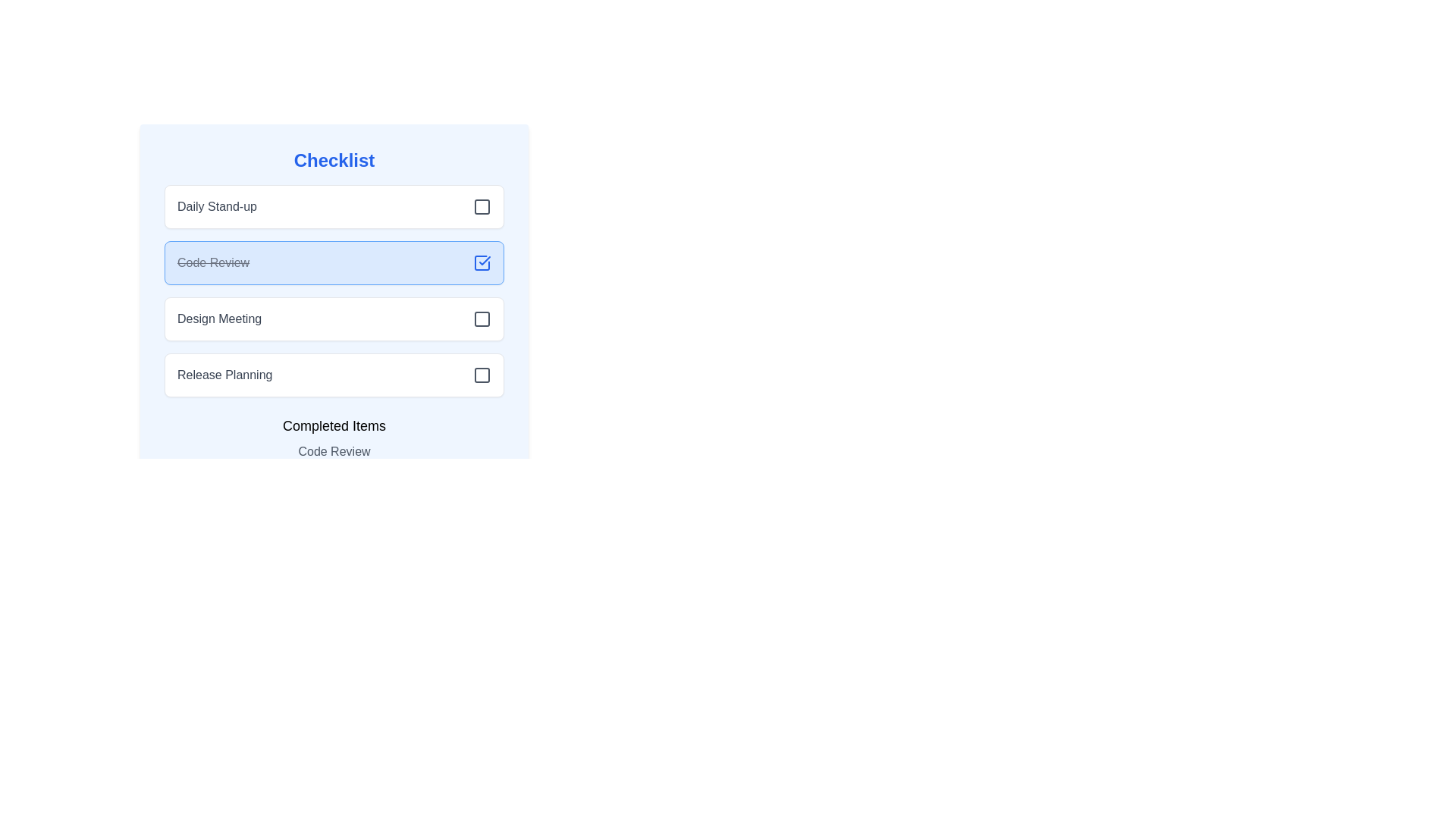 This screenshot has width=1456, height=819. I want to click on the 'Code Review' text label, which is styled with a line-through effect and indicates a completed checklist item, so click(212, 262).